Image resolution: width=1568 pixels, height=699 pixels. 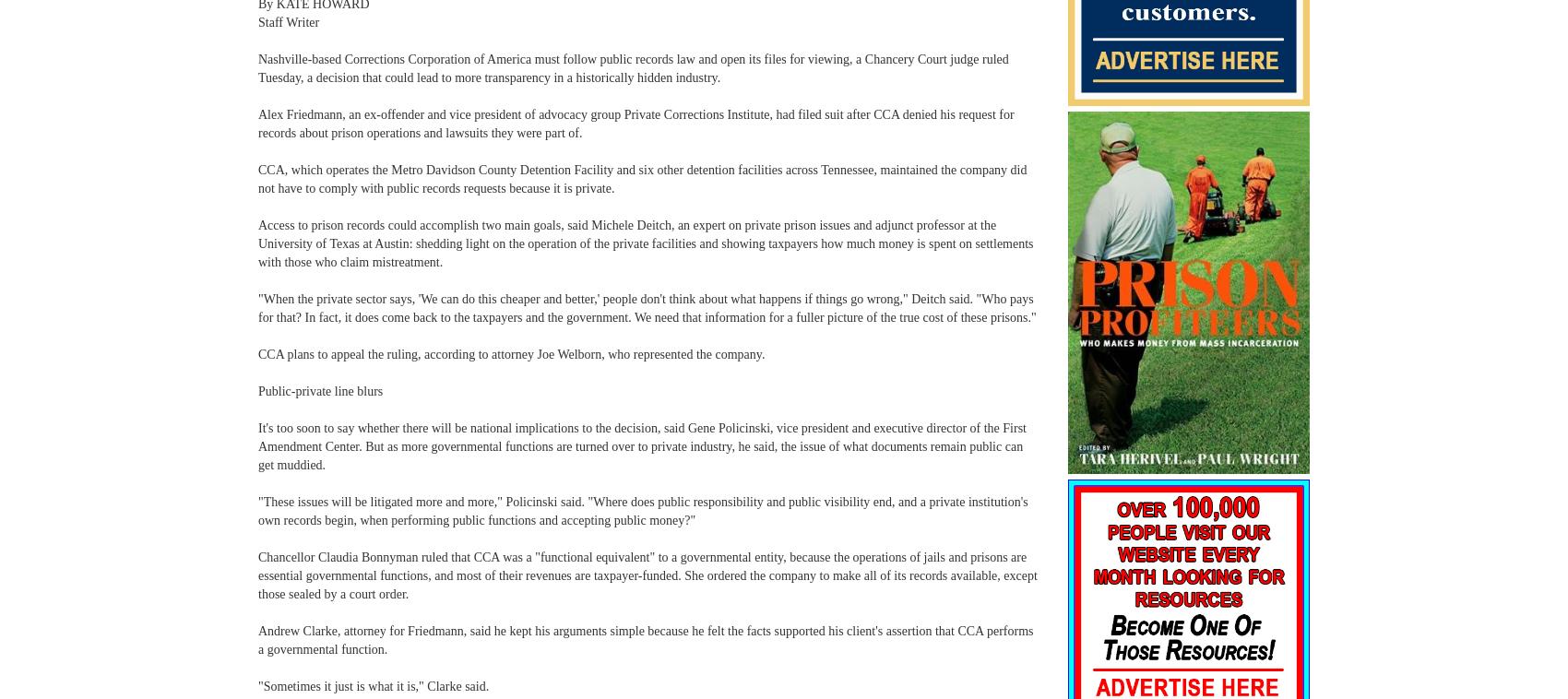 I want to click on '"When the private sector says, 'We can do this cheaper and better,' people don't think about what happens if things go wrong," Deitch said. "Who pays for that? In fact, it does come back to the taxpayers and the government. We need that information for a fuller picture of the true cost of these prisons."', so click(x=647, y=308).